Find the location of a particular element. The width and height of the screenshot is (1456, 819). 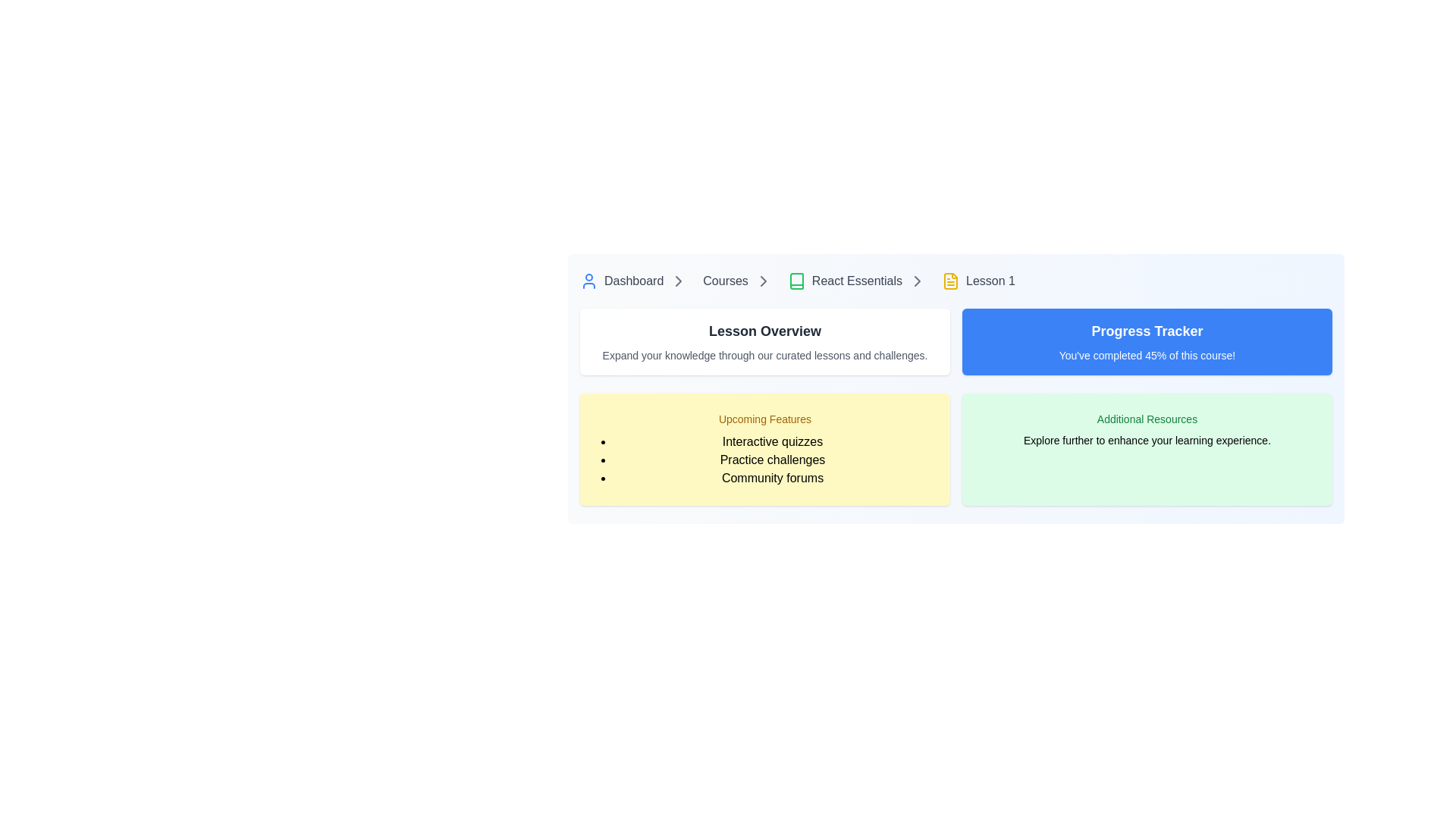

the third breadcrumb navigation link labeled 'React Essentials' is located at coordinates (860, 281).